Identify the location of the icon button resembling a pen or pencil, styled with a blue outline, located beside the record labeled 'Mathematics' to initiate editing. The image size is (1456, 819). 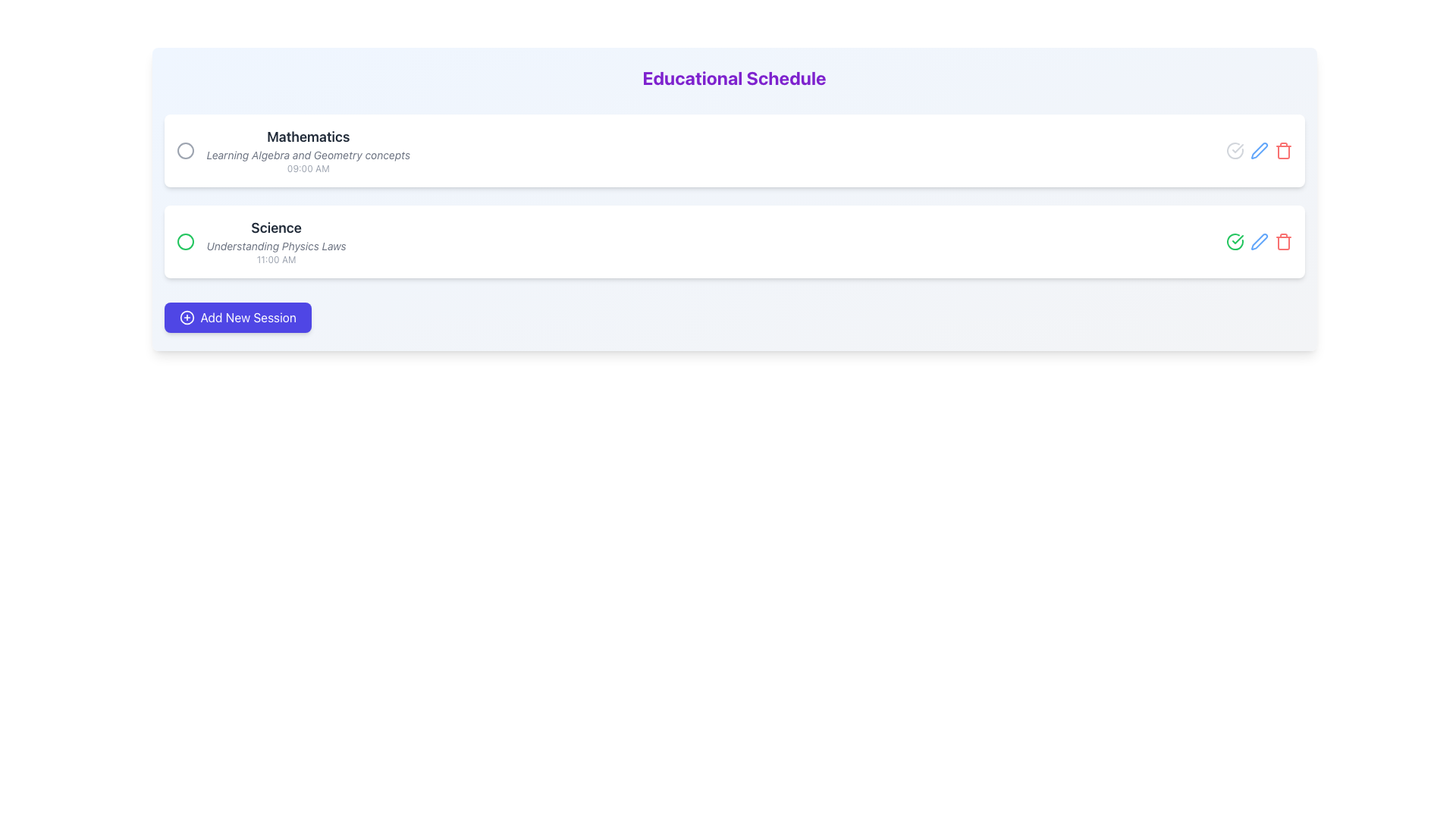
(1259, 151).